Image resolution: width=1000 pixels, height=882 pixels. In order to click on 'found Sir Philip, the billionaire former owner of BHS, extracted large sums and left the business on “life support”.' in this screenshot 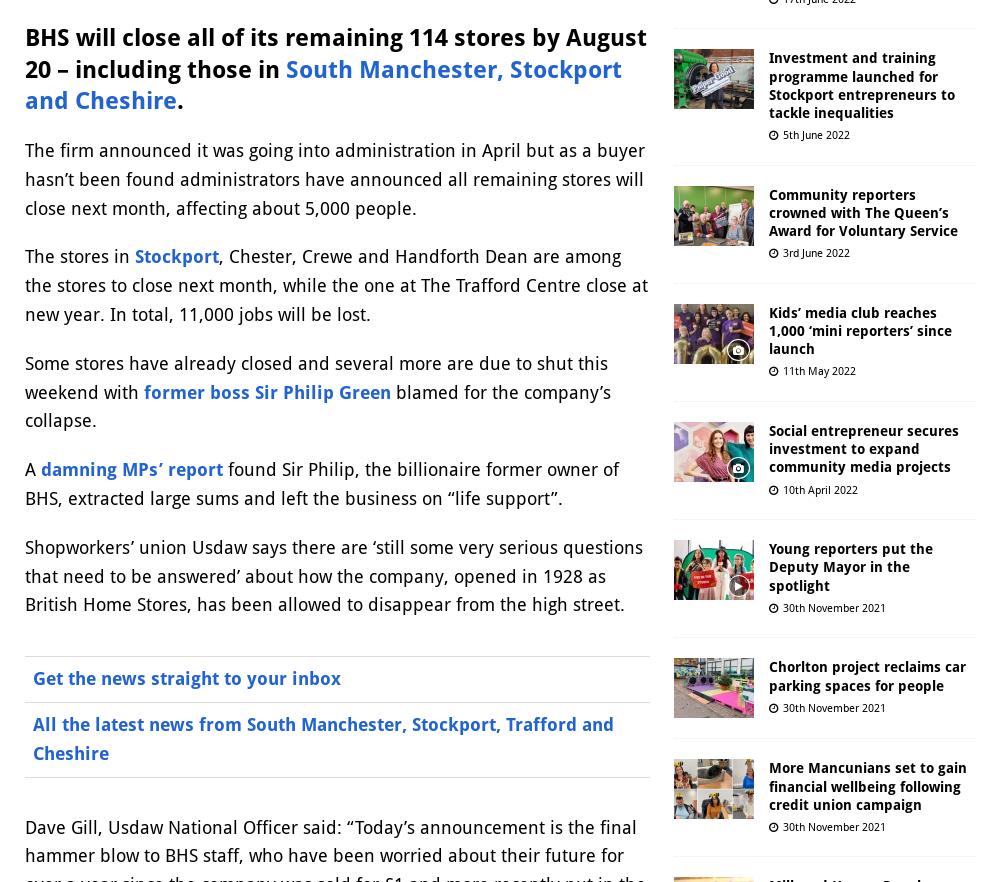, I will do `click(321, 482)`.